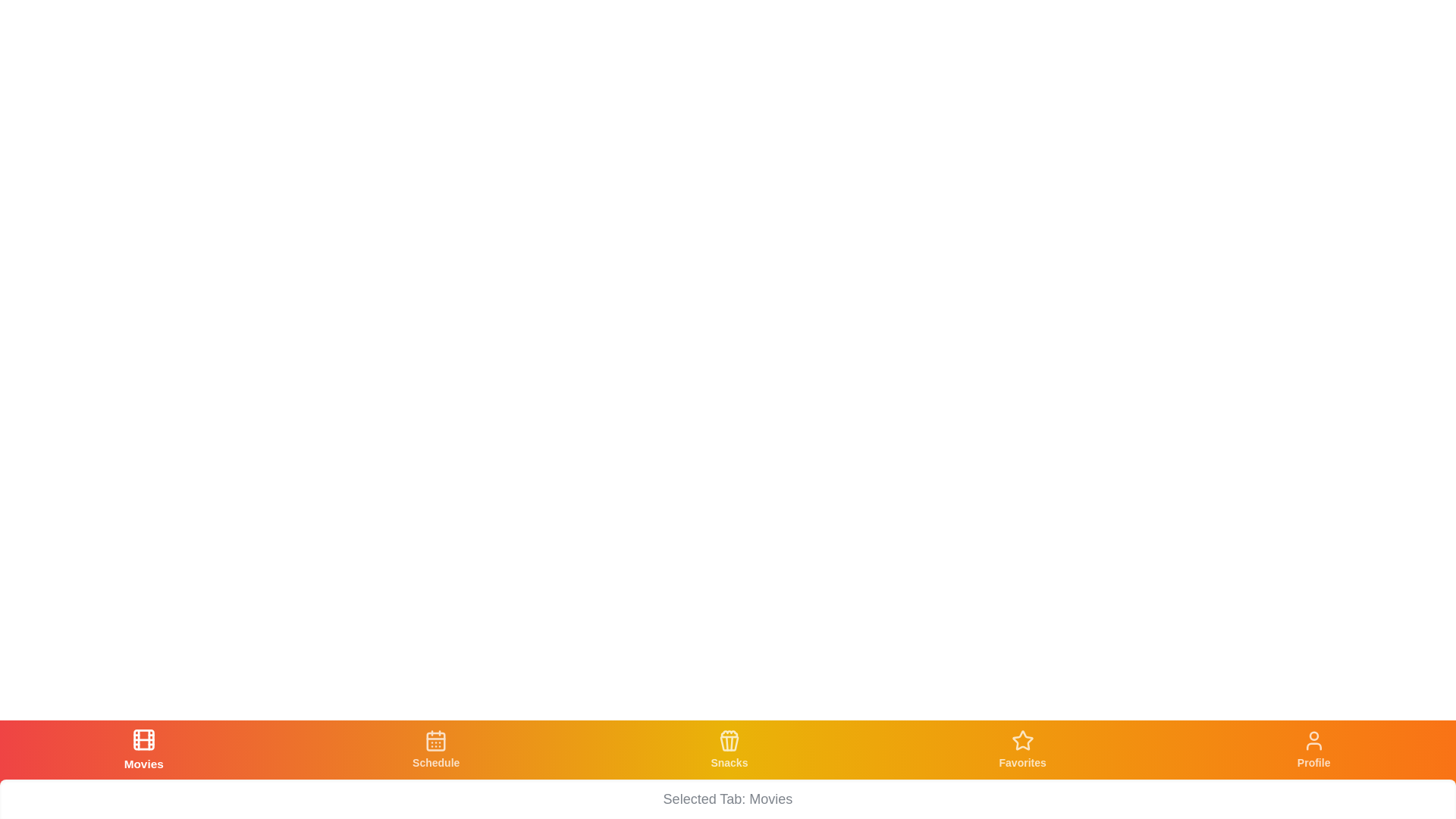 Image resolution: width=1456 pixels, height=819 pixels. Describe the element at coordinates (1313, 748) in the screenshot. I see `the tab with the label Profile to view its icon and label` at that location.